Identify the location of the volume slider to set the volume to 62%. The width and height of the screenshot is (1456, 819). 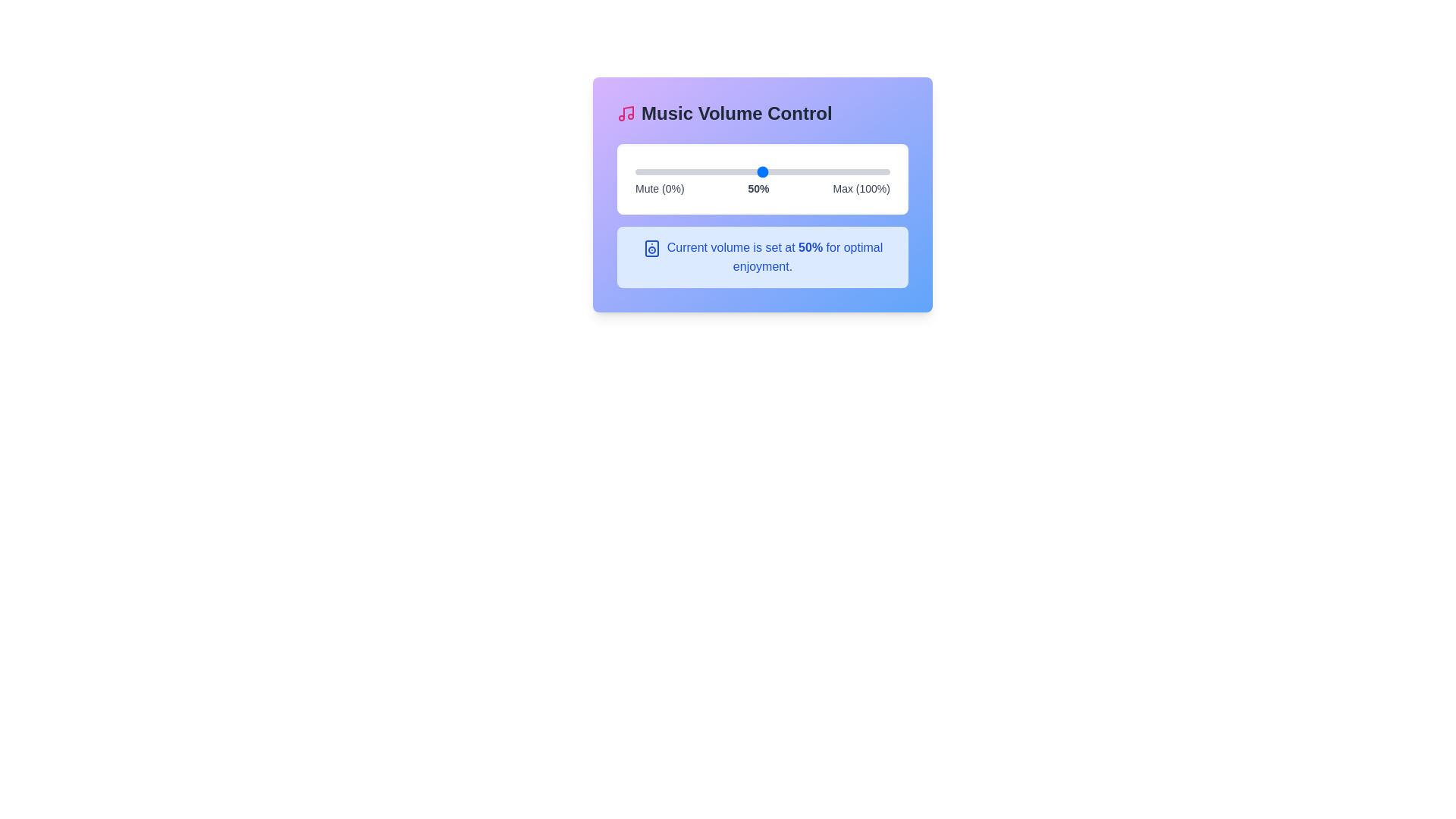
(792, 171).